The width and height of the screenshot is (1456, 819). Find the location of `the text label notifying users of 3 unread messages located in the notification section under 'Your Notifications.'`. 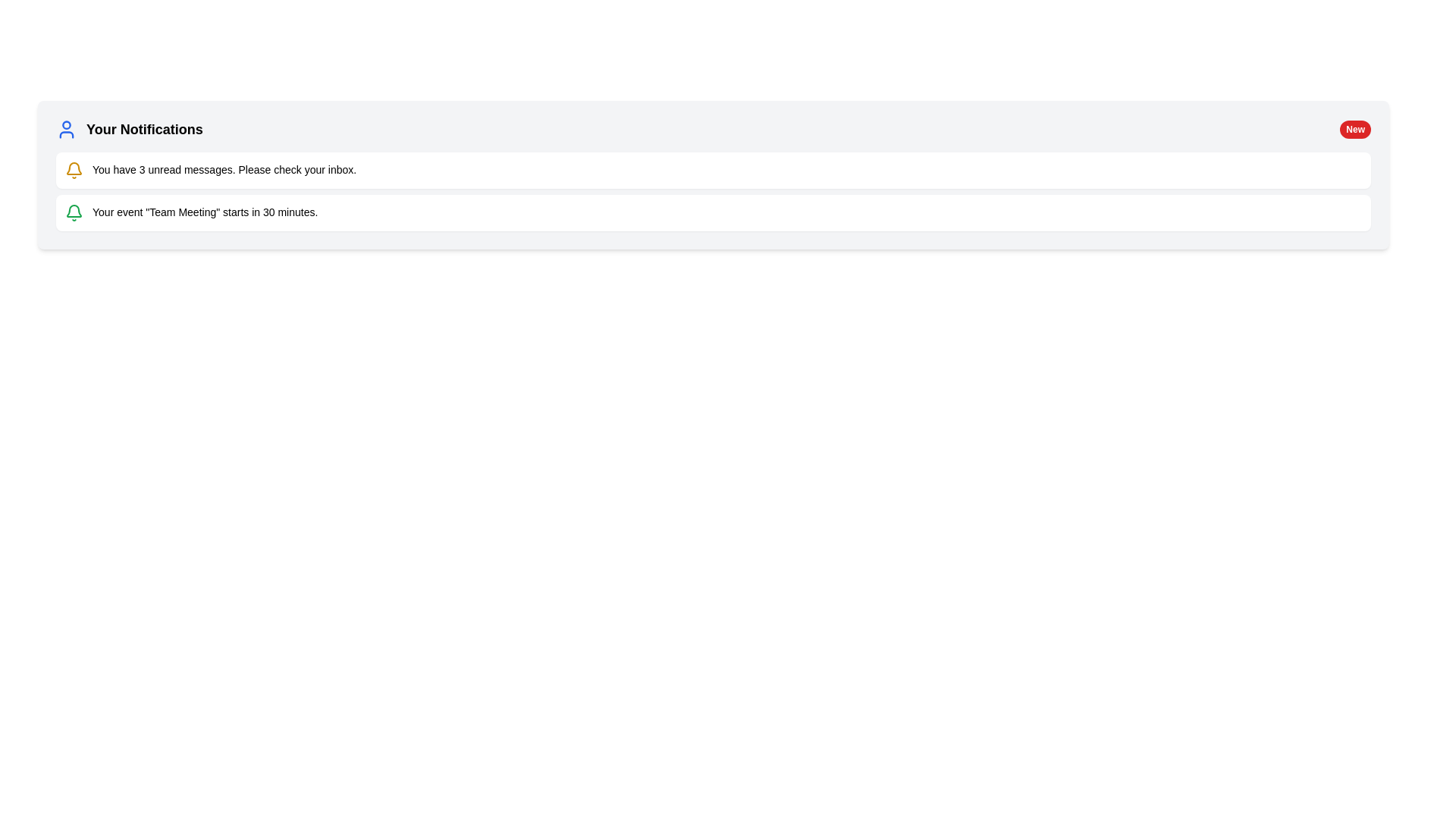

the text label notifying users of 3 unread messages located in the notification section under 'Your Notifications.' is located at coordinates (224, 170).